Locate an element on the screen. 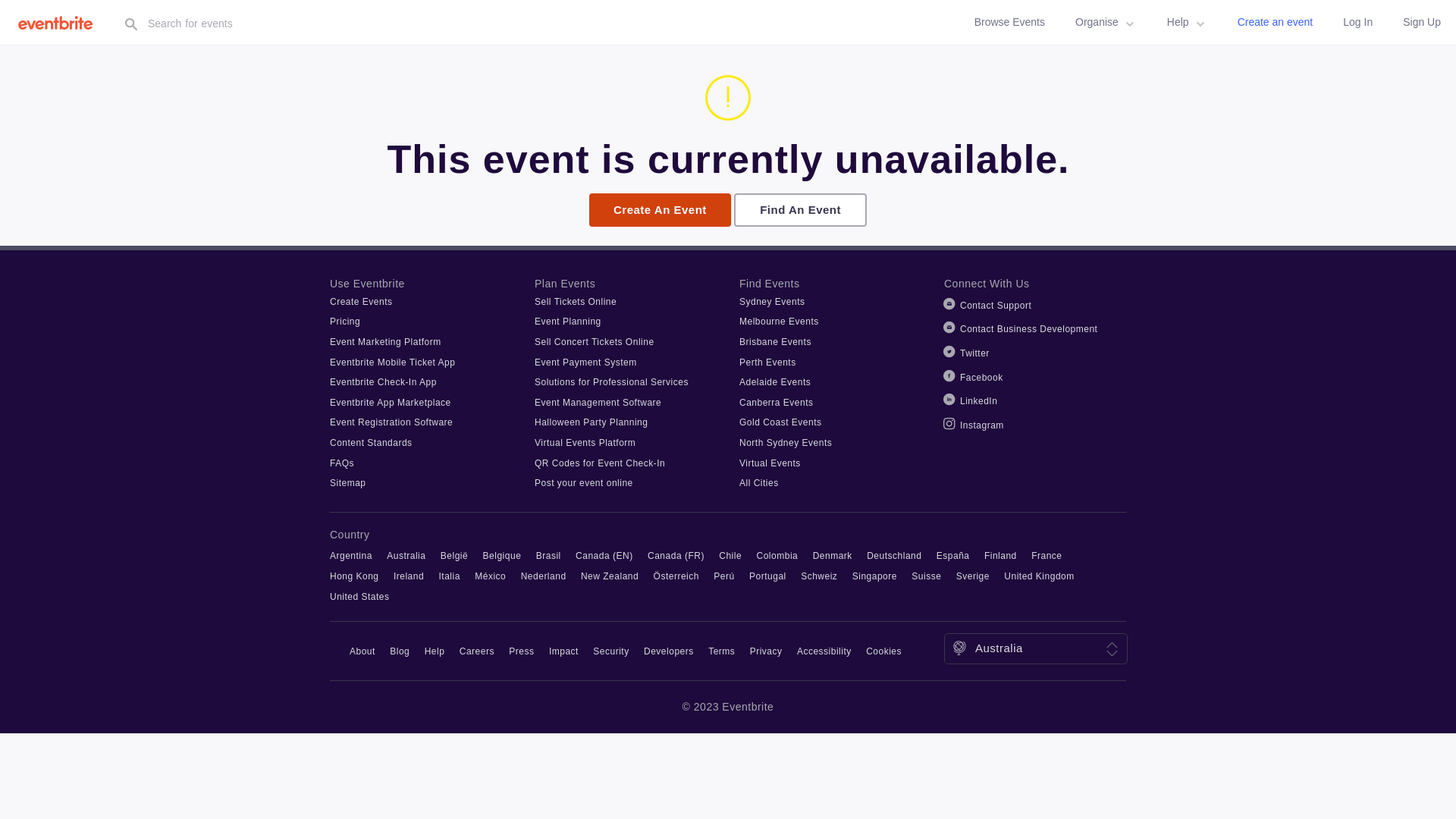 The image size is (1456, 819). 'New Zealand' is located at coordinates (580, 576).